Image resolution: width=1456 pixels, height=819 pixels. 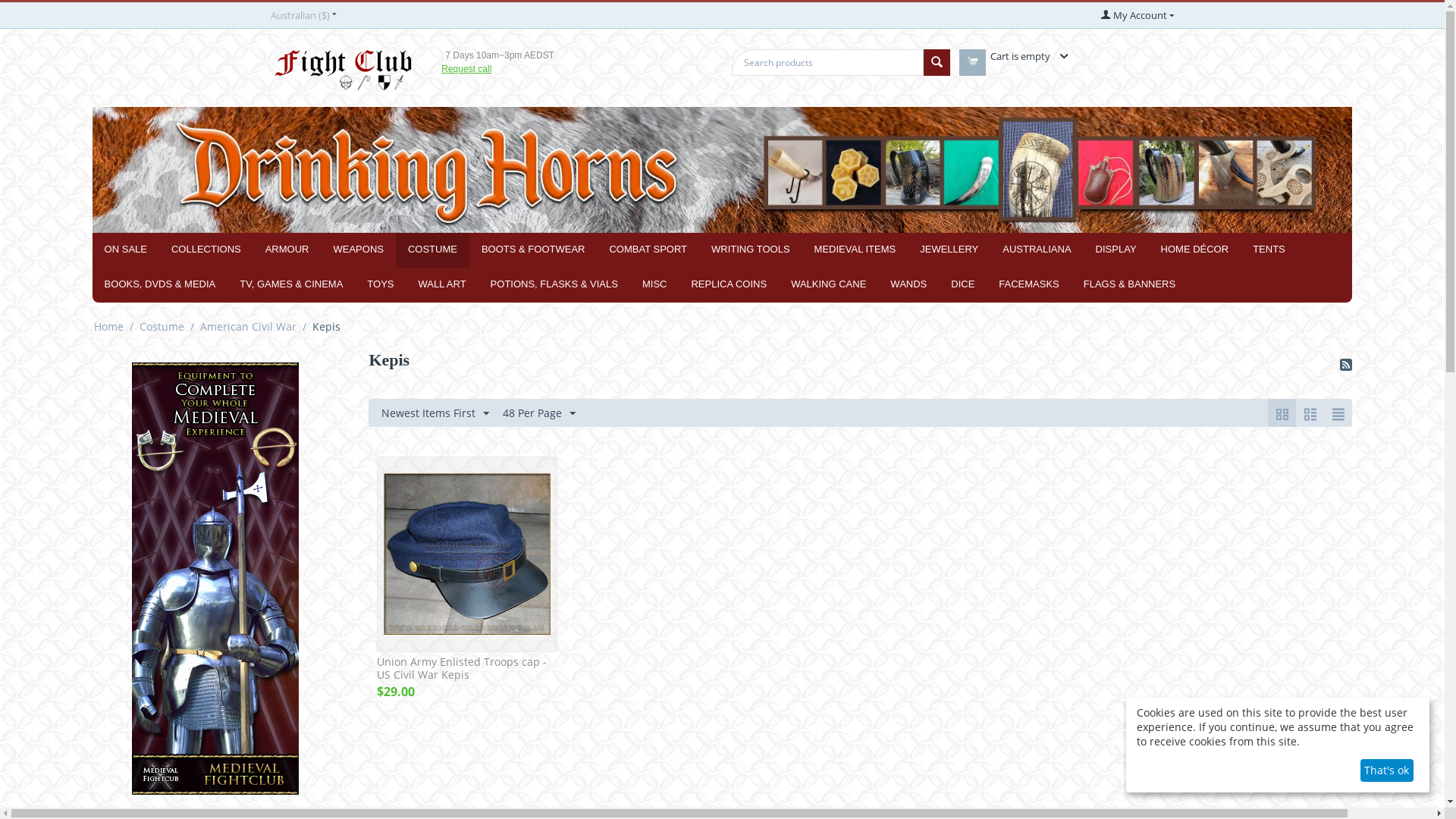 What do you see at coordinates (1360, 770) in the screenshot?
I see `'That's ok'` at bounding box center [1360, 770].